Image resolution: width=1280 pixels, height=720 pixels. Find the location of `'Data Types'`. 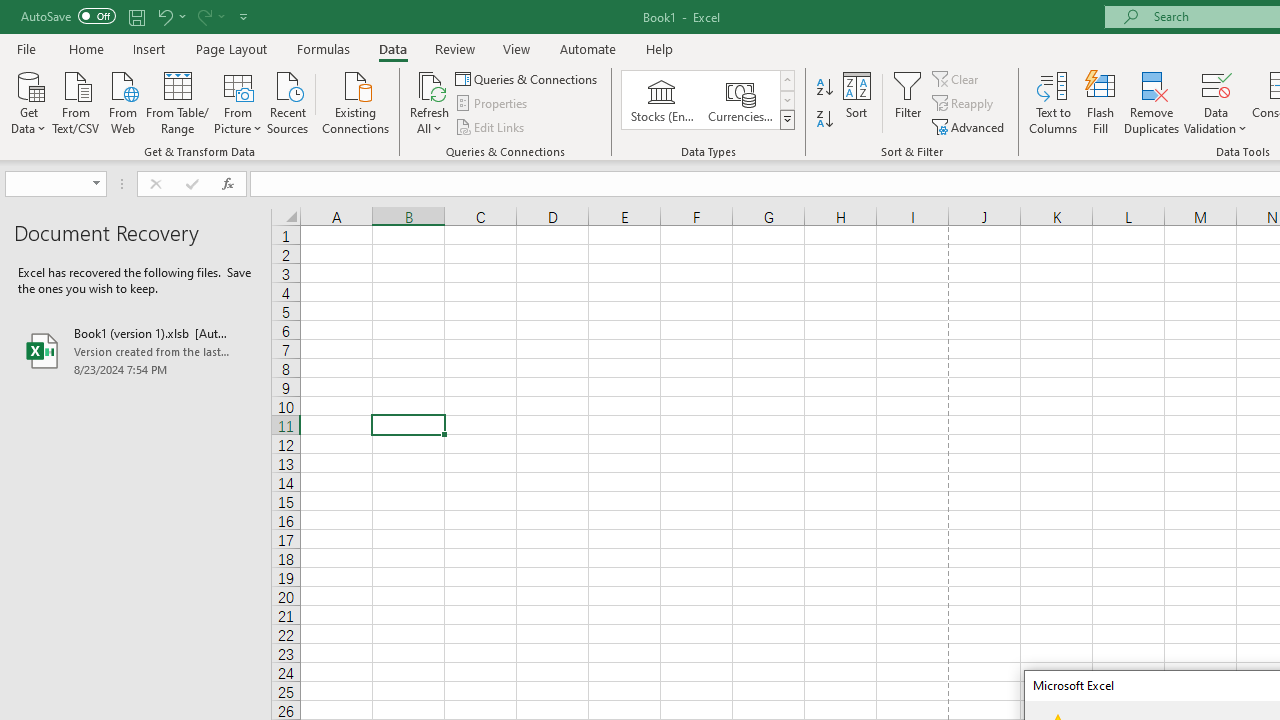

'Data Types' is located at coordinates (786, 120).